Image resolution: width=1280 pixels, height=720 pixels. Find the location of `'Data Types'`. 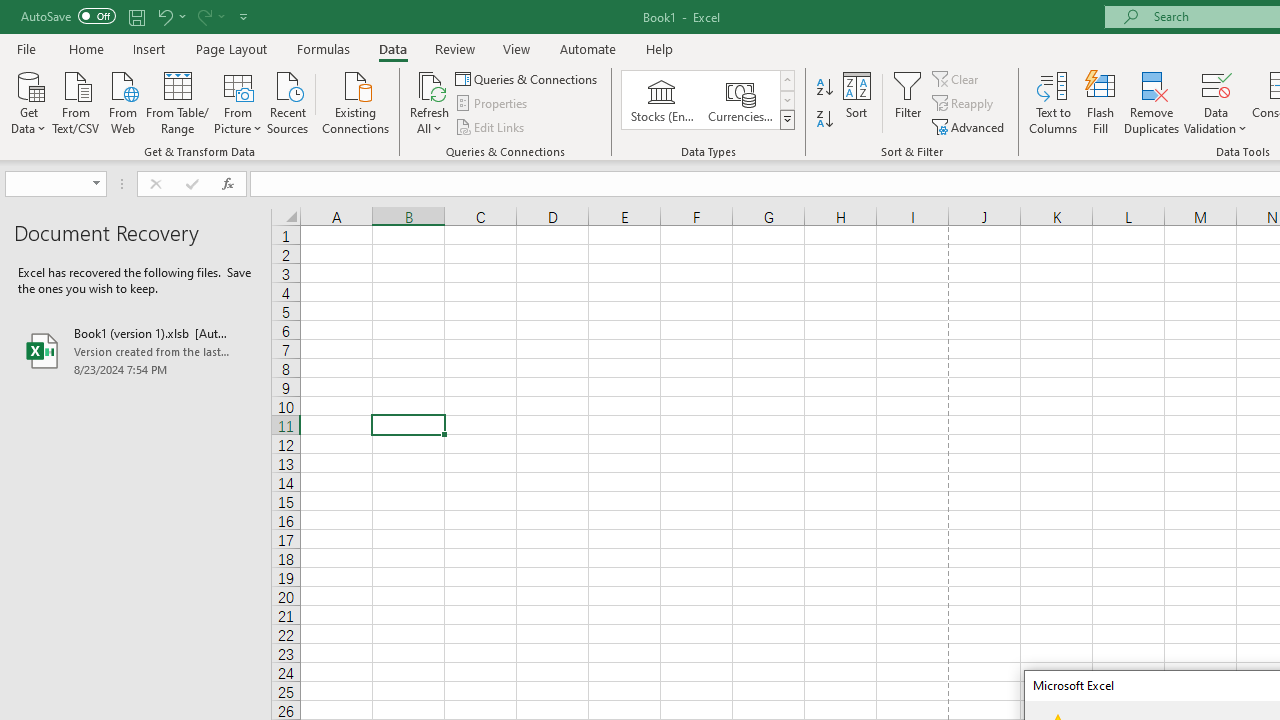

'Data Types' is located at coordinates (786, 120).